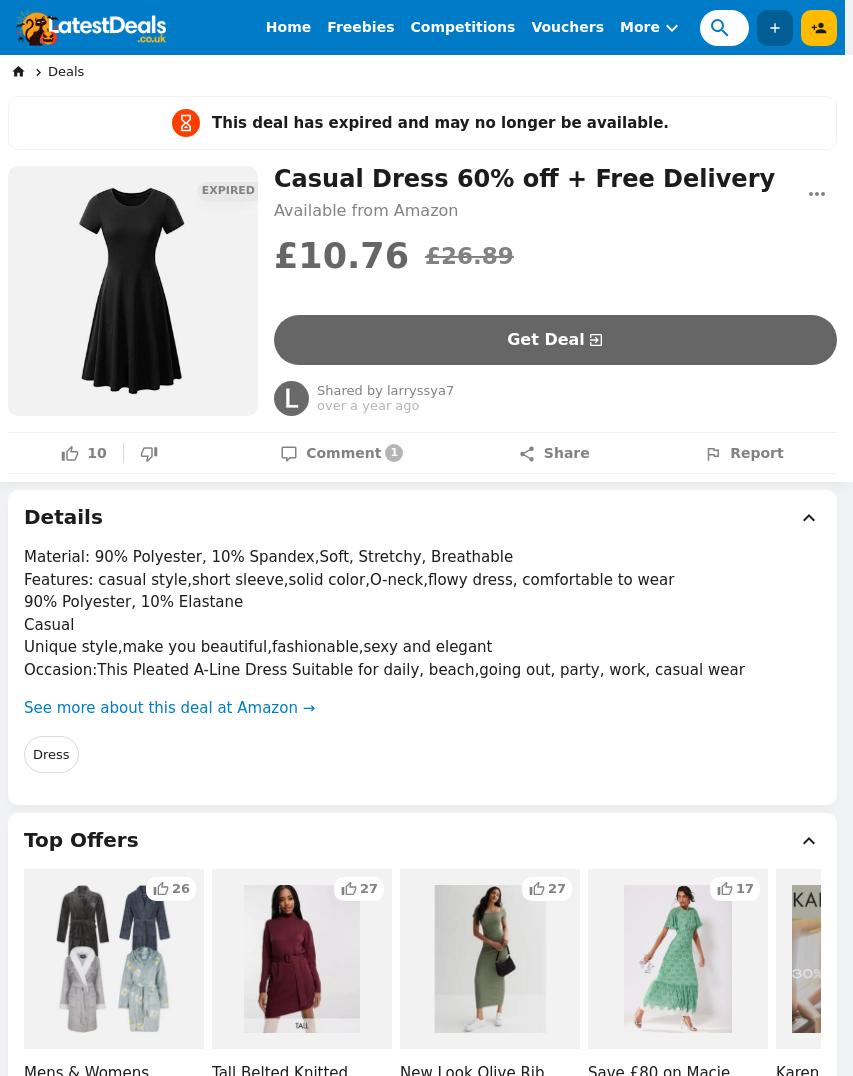 The height and width of the screenshot is (1076, 853). What do you see at coordinates (51, 752) in the screenshot?
I see `'Dress'` at bounding box center [51, 752].